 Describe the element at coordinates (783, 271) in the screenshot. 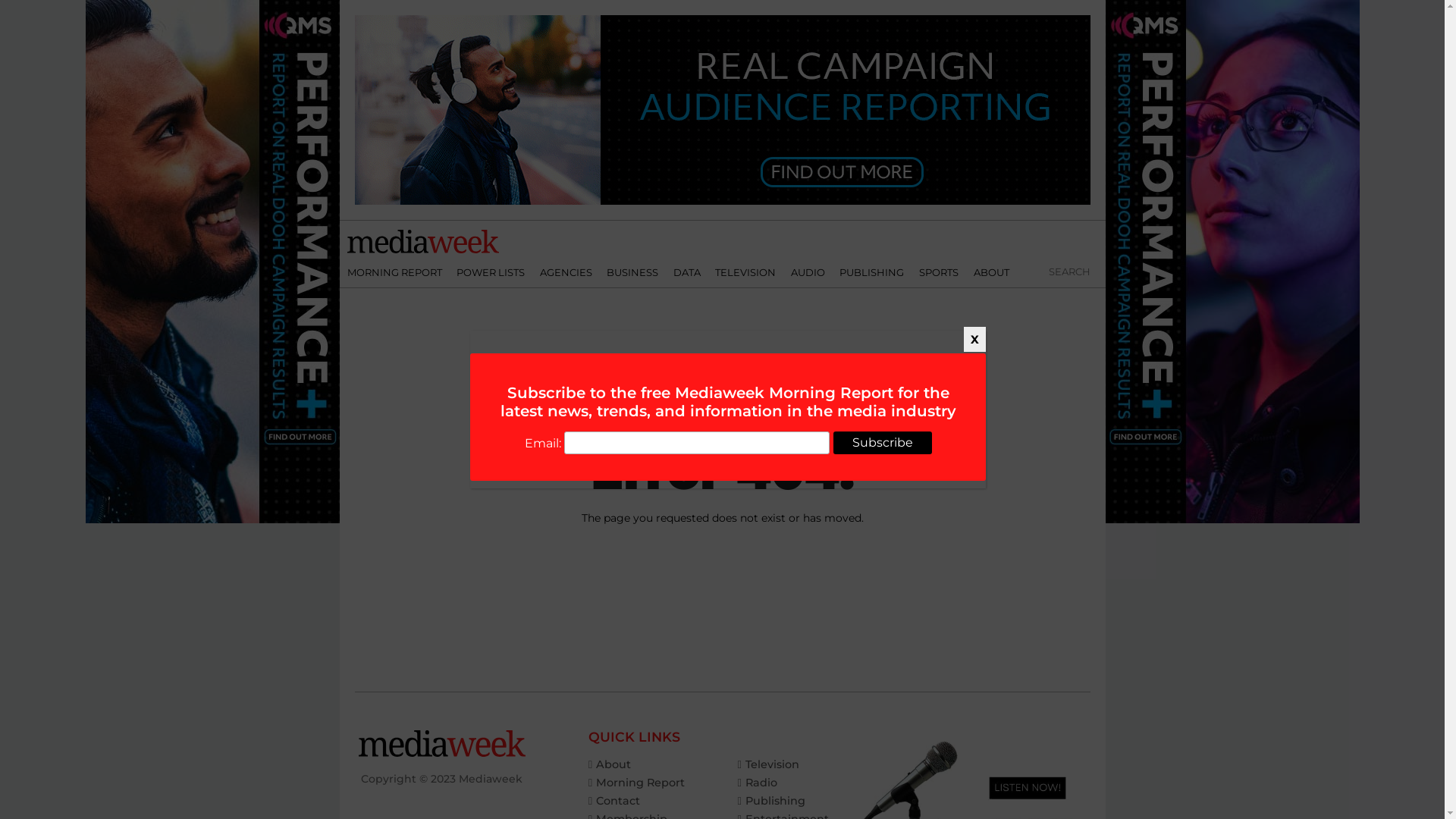

I see `'AUDIO'` at that location.